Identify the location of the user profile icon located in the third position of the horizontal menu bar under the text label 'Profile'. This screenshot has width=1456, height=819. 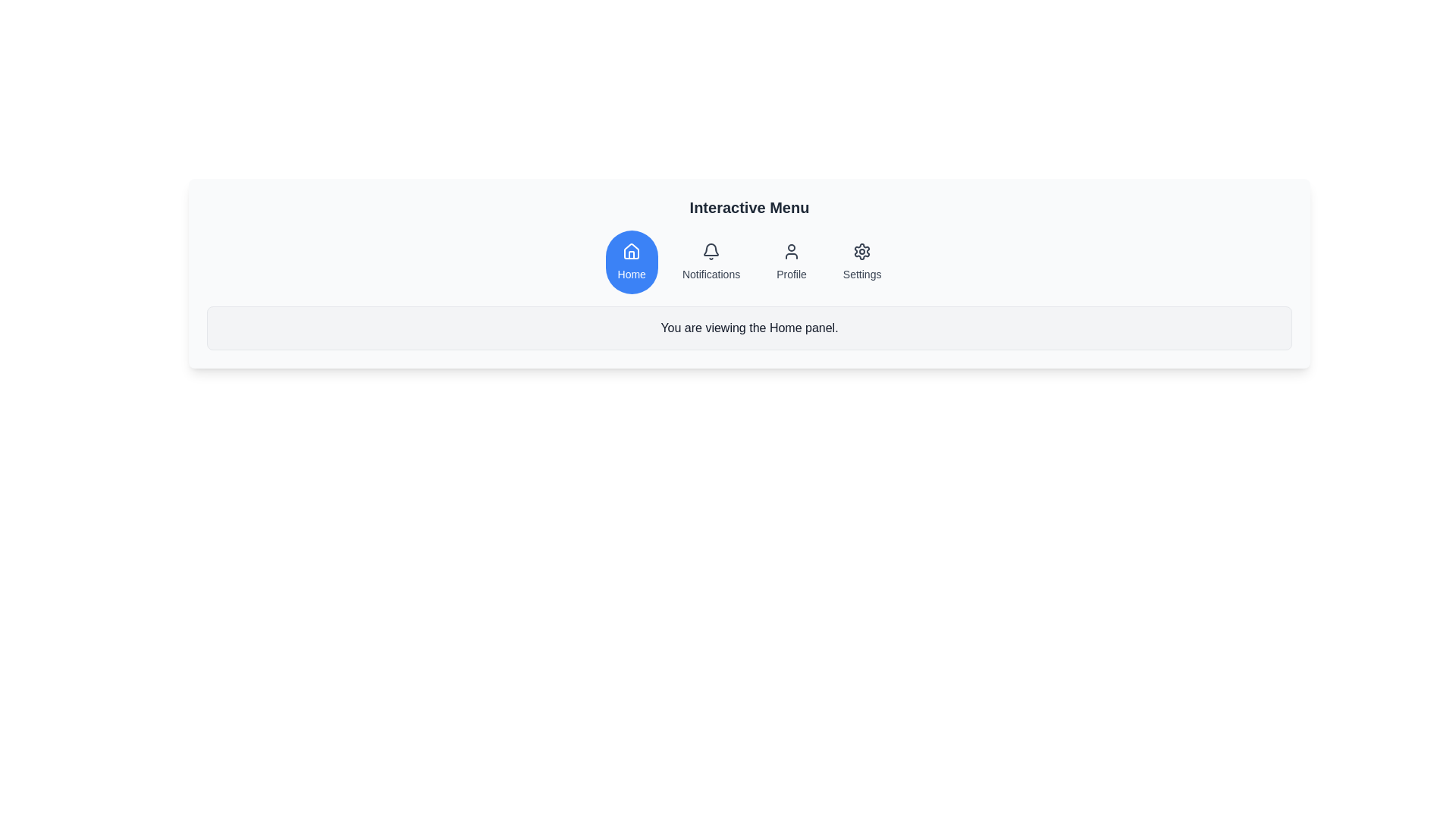
(791, 250).